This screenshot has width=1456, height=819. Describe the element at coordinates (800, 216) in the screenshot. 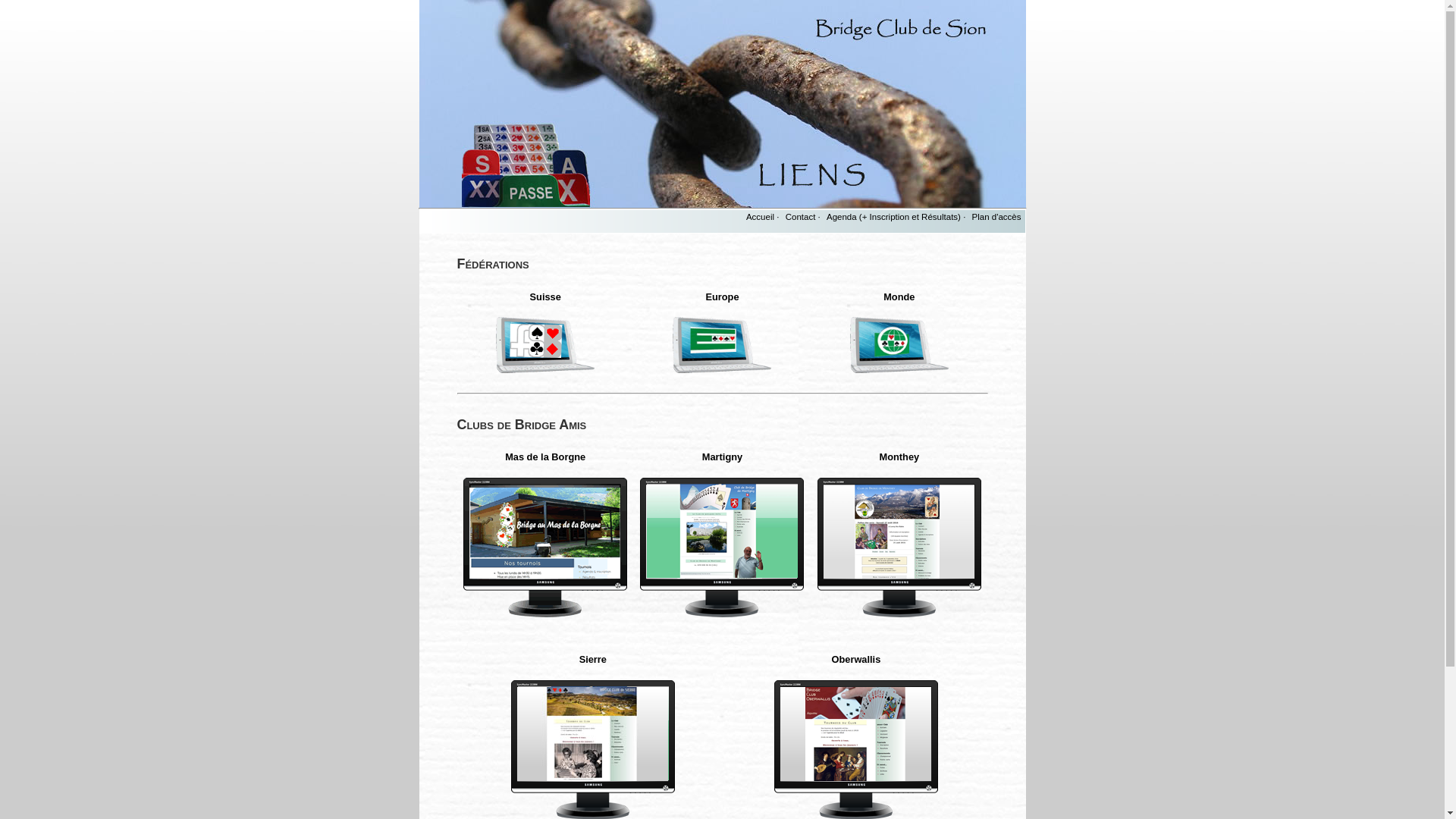

I see `'Contact'` at that location.